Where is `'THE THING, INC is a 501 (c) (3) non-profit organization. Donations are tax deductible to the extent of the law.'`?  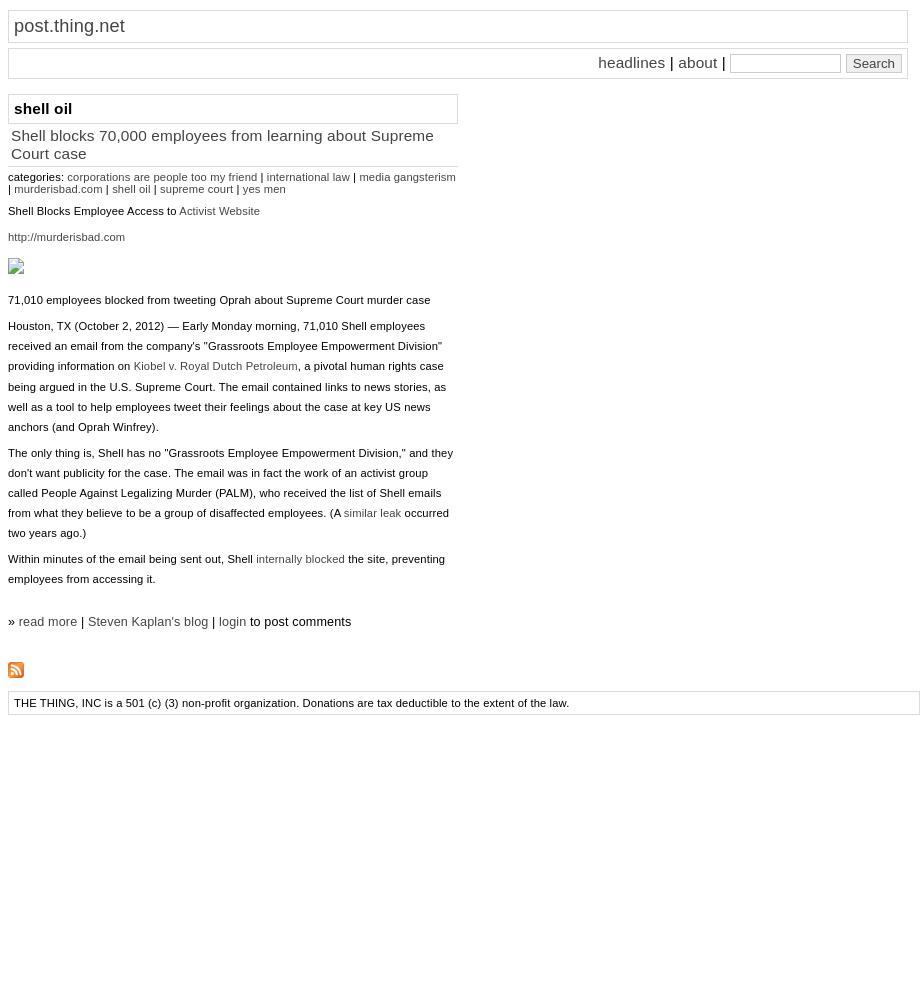 'THE THING, INC is a 501 (c) (3) non-profit organization. Donations are tax deductible to the extent of the law.' is located at coordinates (13, 702).